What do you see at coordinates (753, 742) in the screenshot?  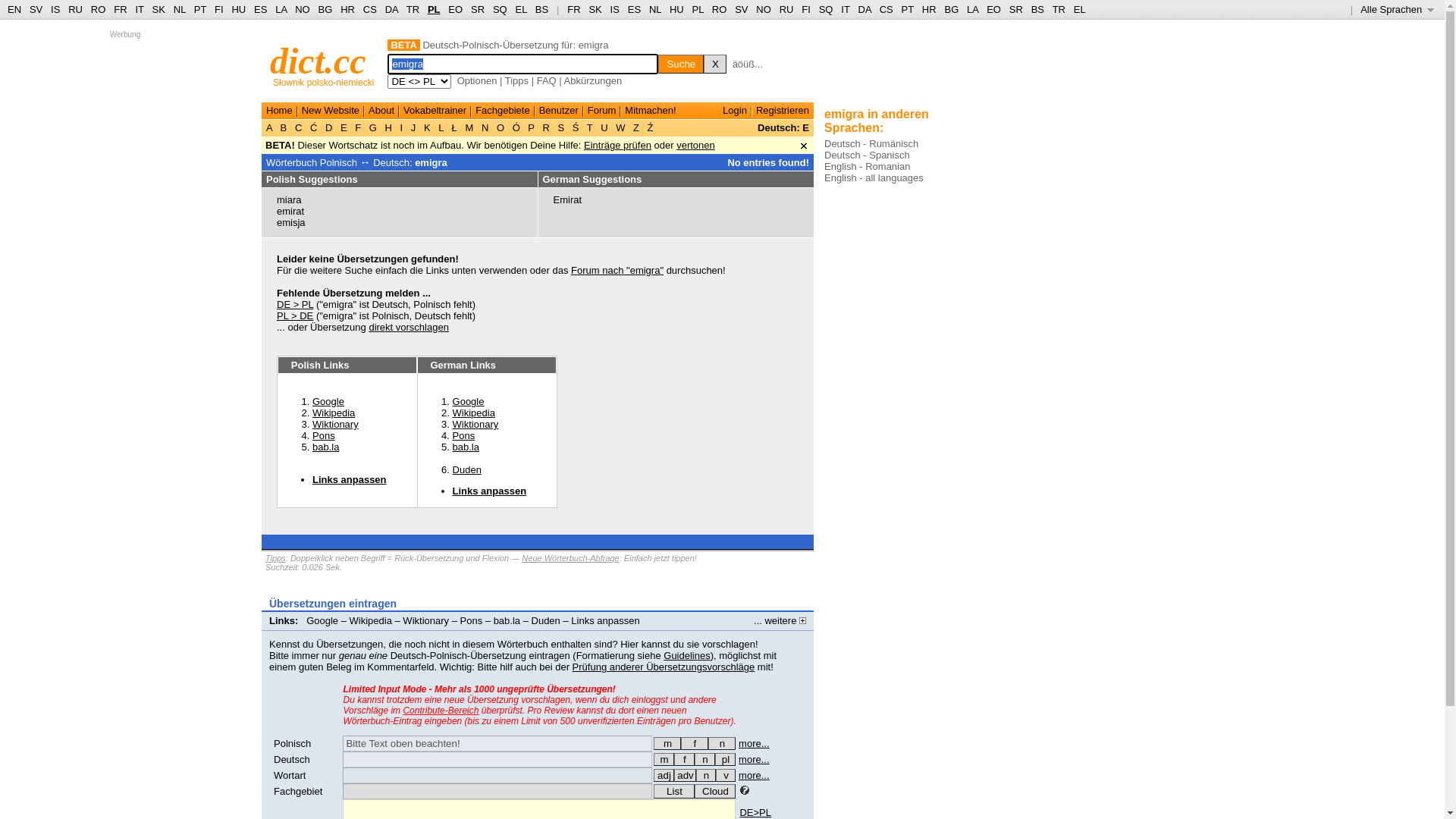 I see `'more...'` at bounding box center [753, 742].